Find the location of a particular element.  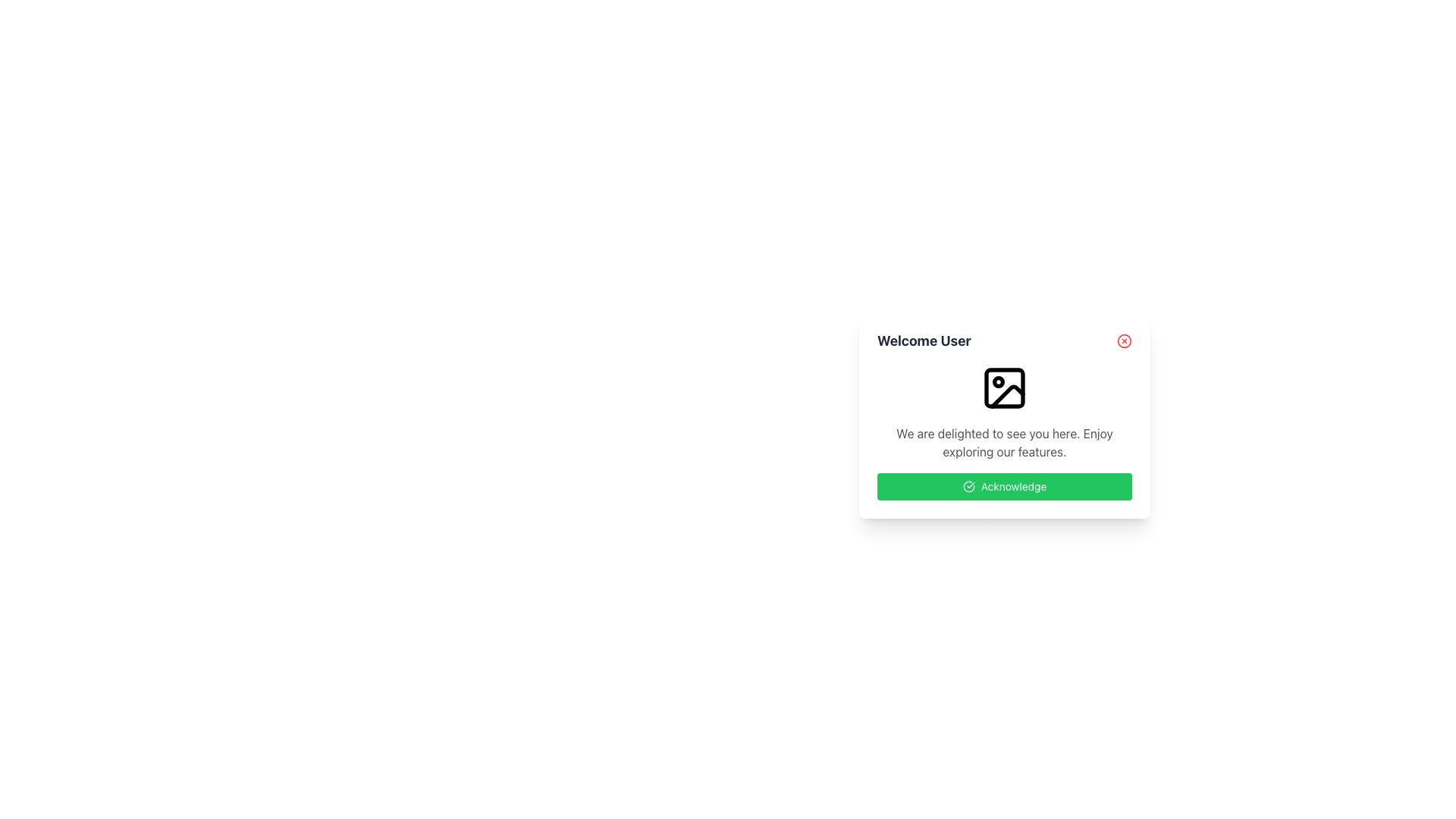

the circular close button located in the upper-right corner of the dialog box is located at coordinates (1125, 339).